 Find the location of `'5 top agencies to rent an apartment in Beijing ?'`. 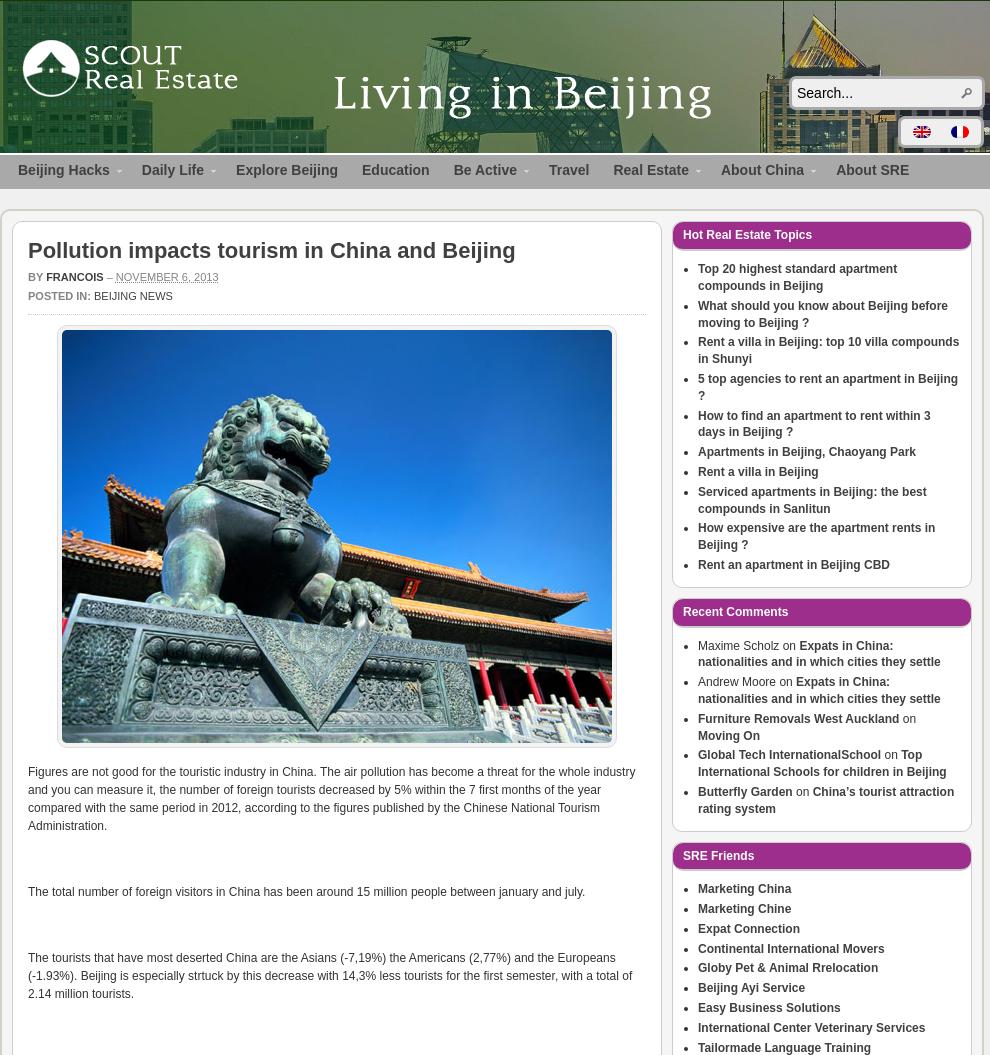

'5 top agencies to rent an apartment in Beijing ?' is located at coordinates (827, 386).